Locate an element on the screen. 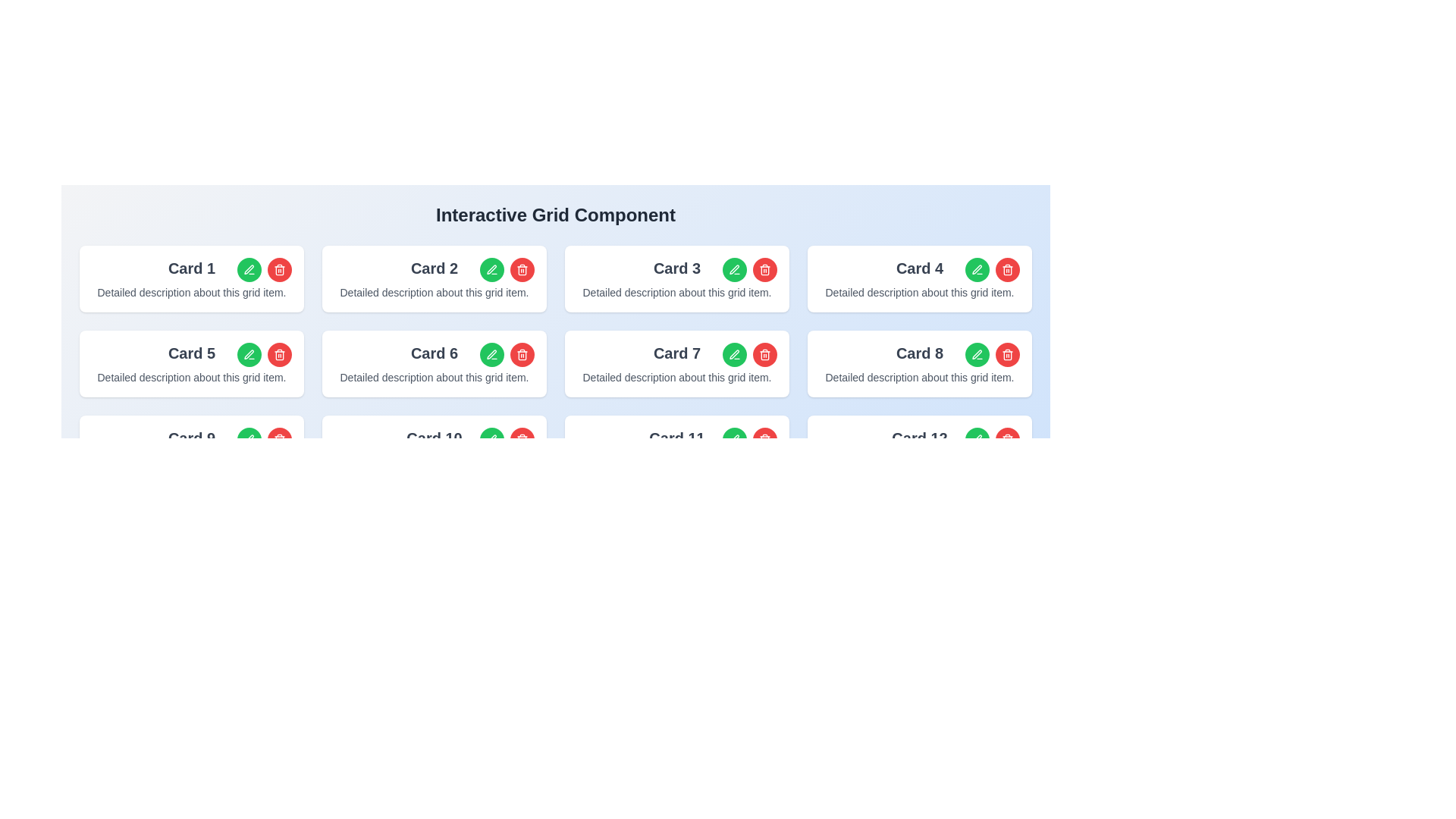  the green pen icon button in the 'Interactive Grid Component' interface located in 'Card 11' to initiate editing is located at coordinates (734, 439).